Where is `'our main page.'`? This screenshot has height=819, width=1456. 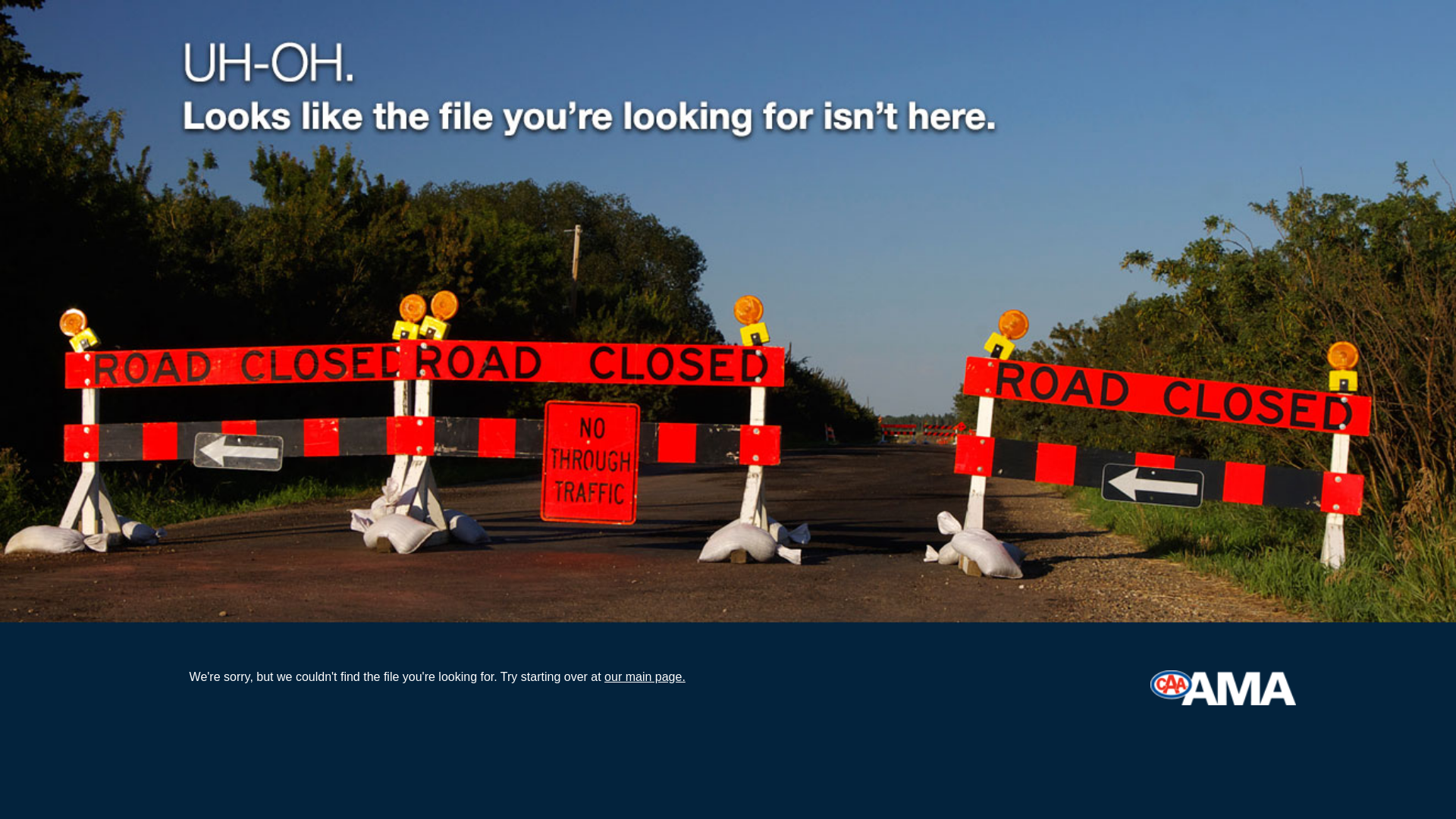
'our main page.' is located at coordinates (603, 676).